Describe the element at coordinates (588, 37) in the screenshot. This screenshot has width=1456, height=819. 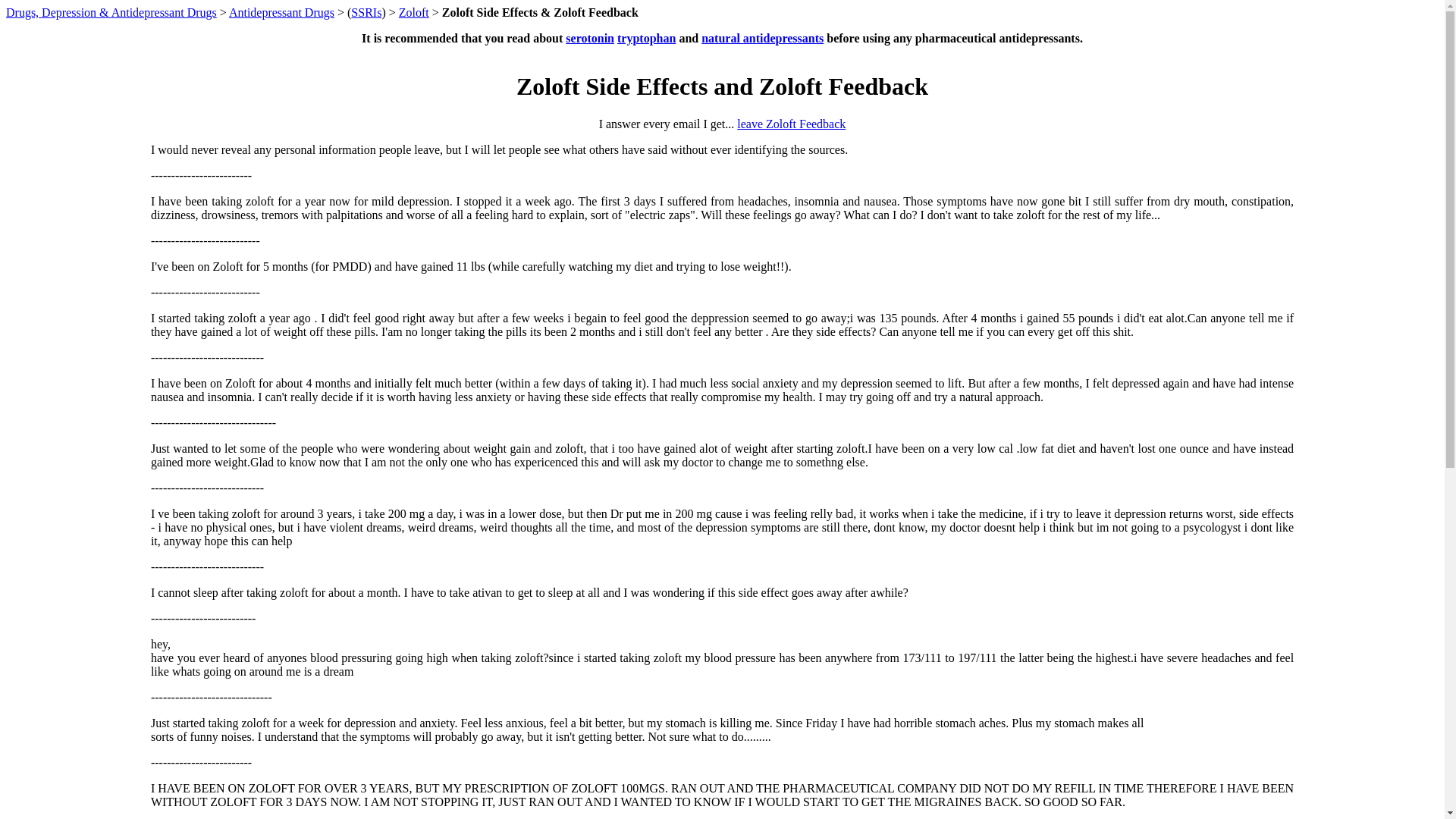
I see `'serotonin'` at that location.